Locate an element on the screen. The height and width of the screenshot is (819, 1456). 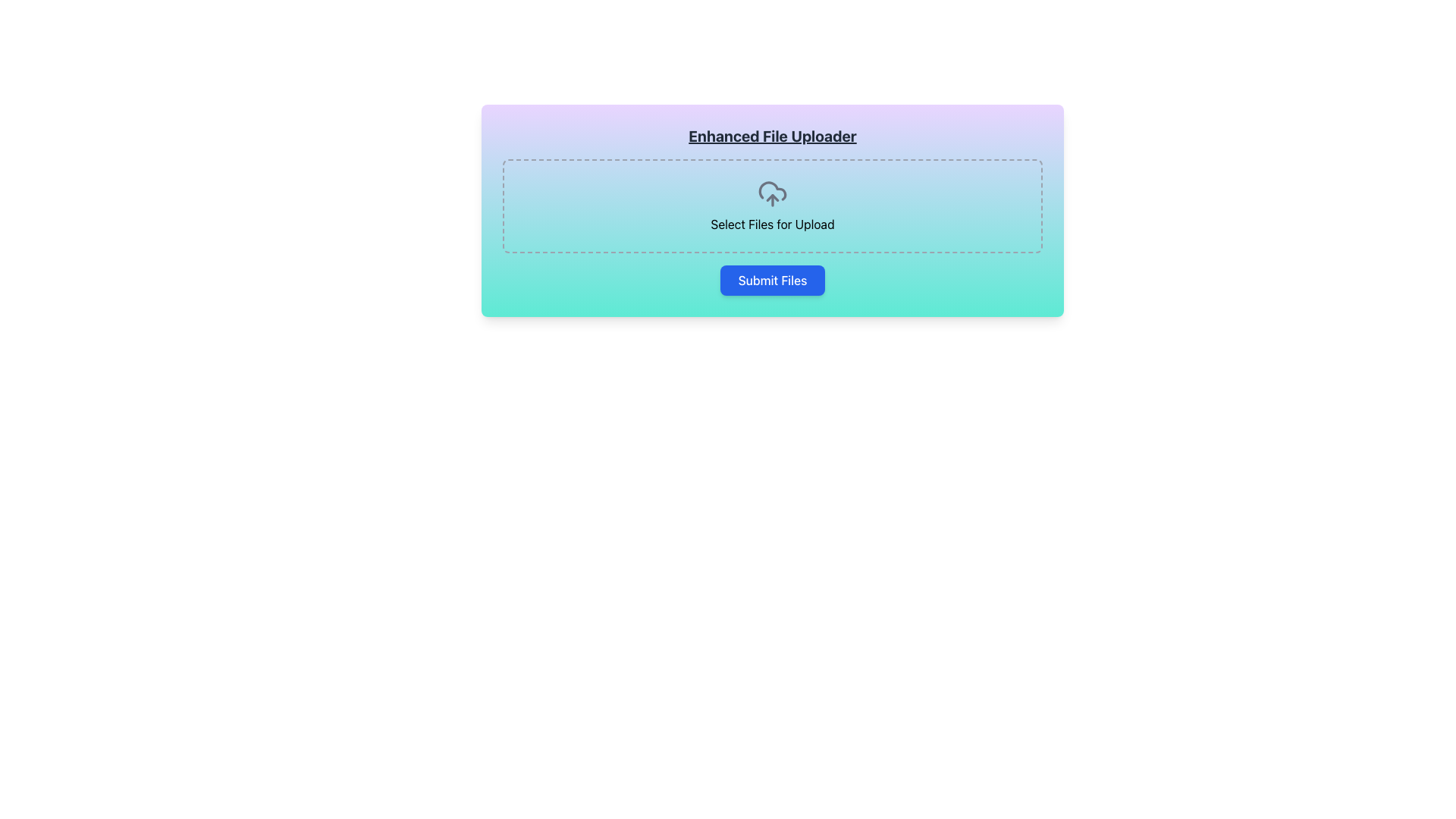
the clickable area for file upload, located below the 'Enhanced File Uploader' heading and above the 'Submit Files' button is located at coordinates (772, 205).